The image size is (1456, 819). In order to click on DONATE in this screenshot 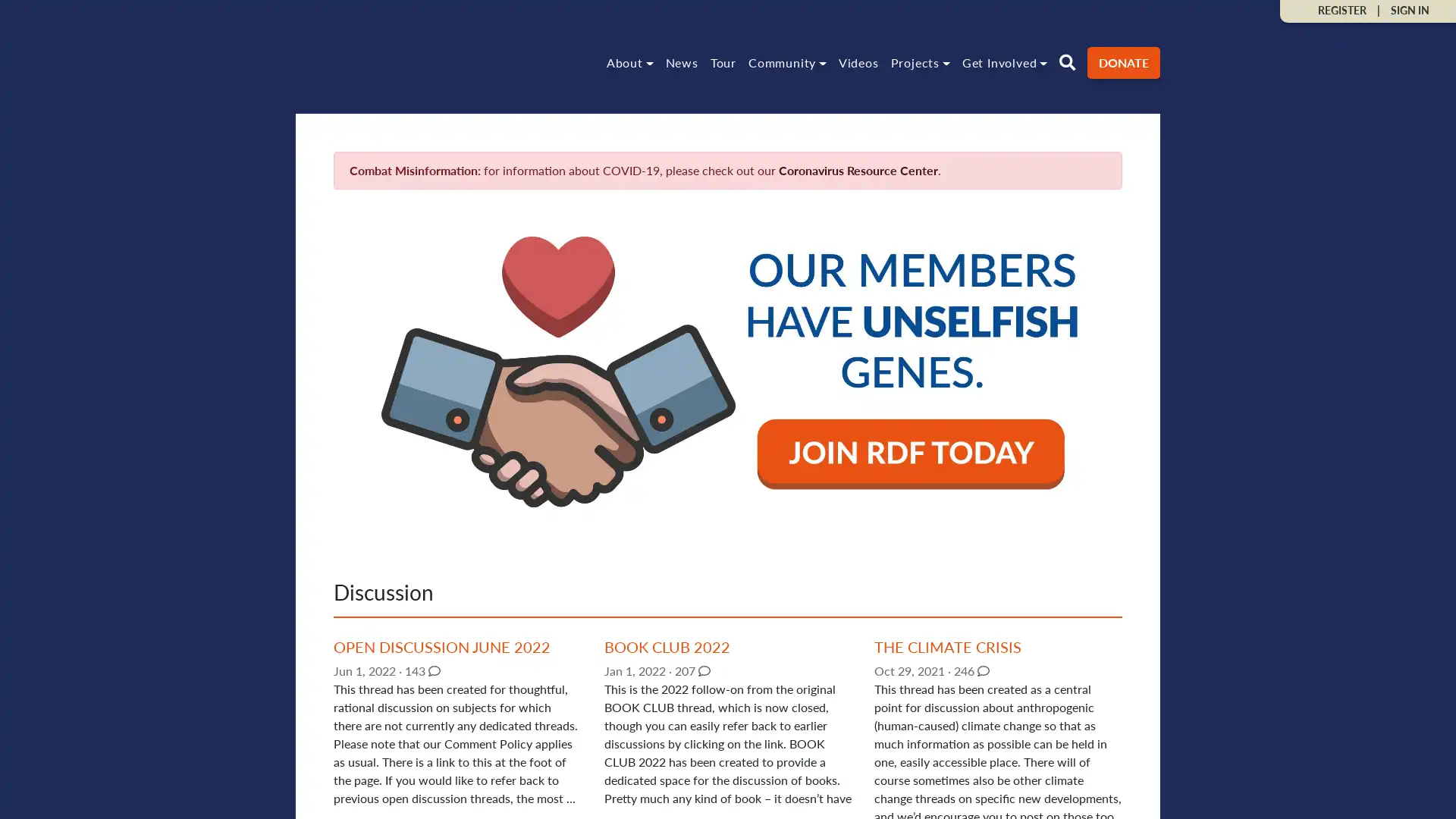, I will do `click(1124, 61)`.